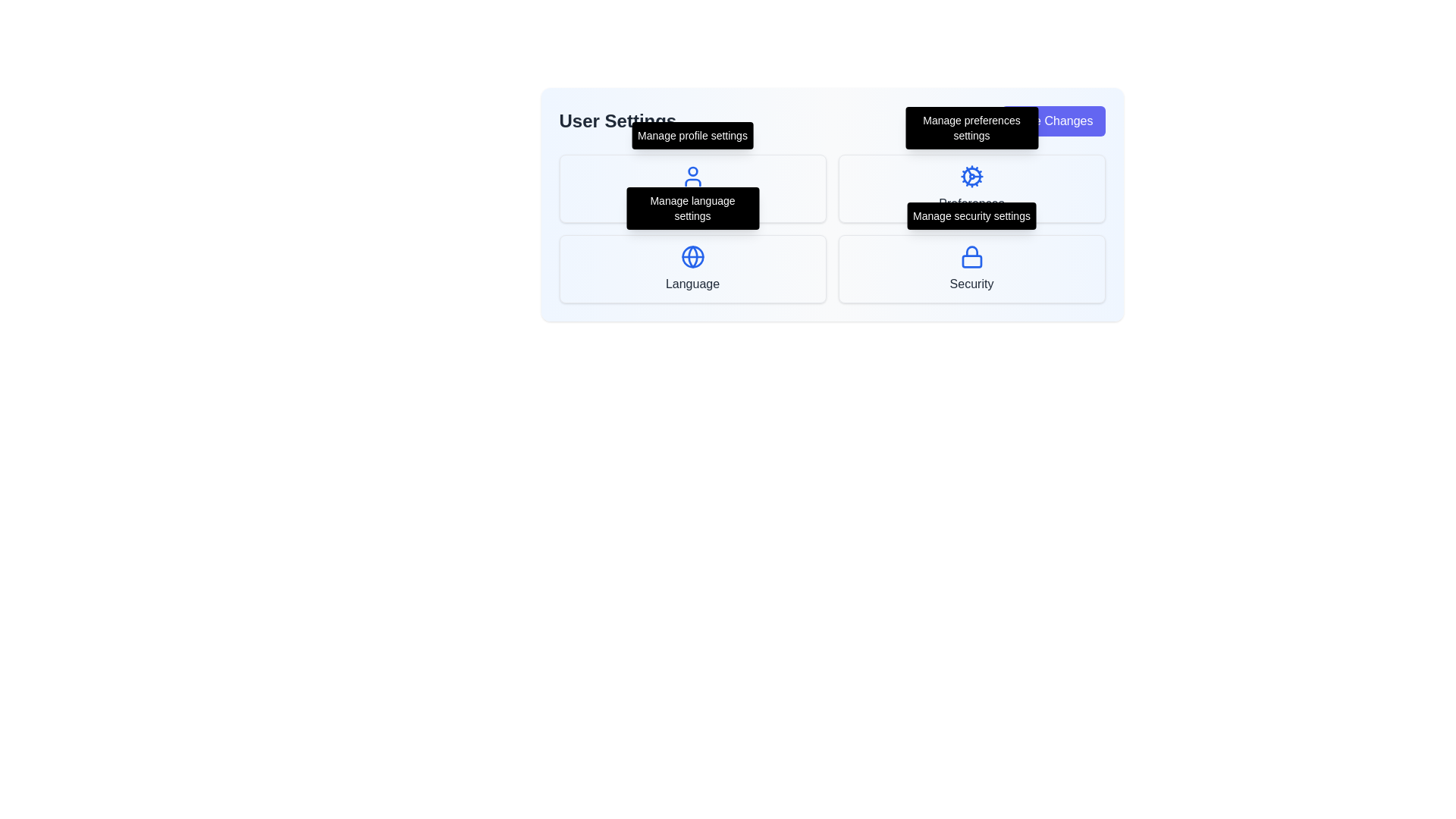  What do you see at coordinates (692, 188) in the screenshot?
I see `the 'Profile' button with tooltip, which is a rectangular card with a blue user icon at the top` at bounding box center [692, 188].